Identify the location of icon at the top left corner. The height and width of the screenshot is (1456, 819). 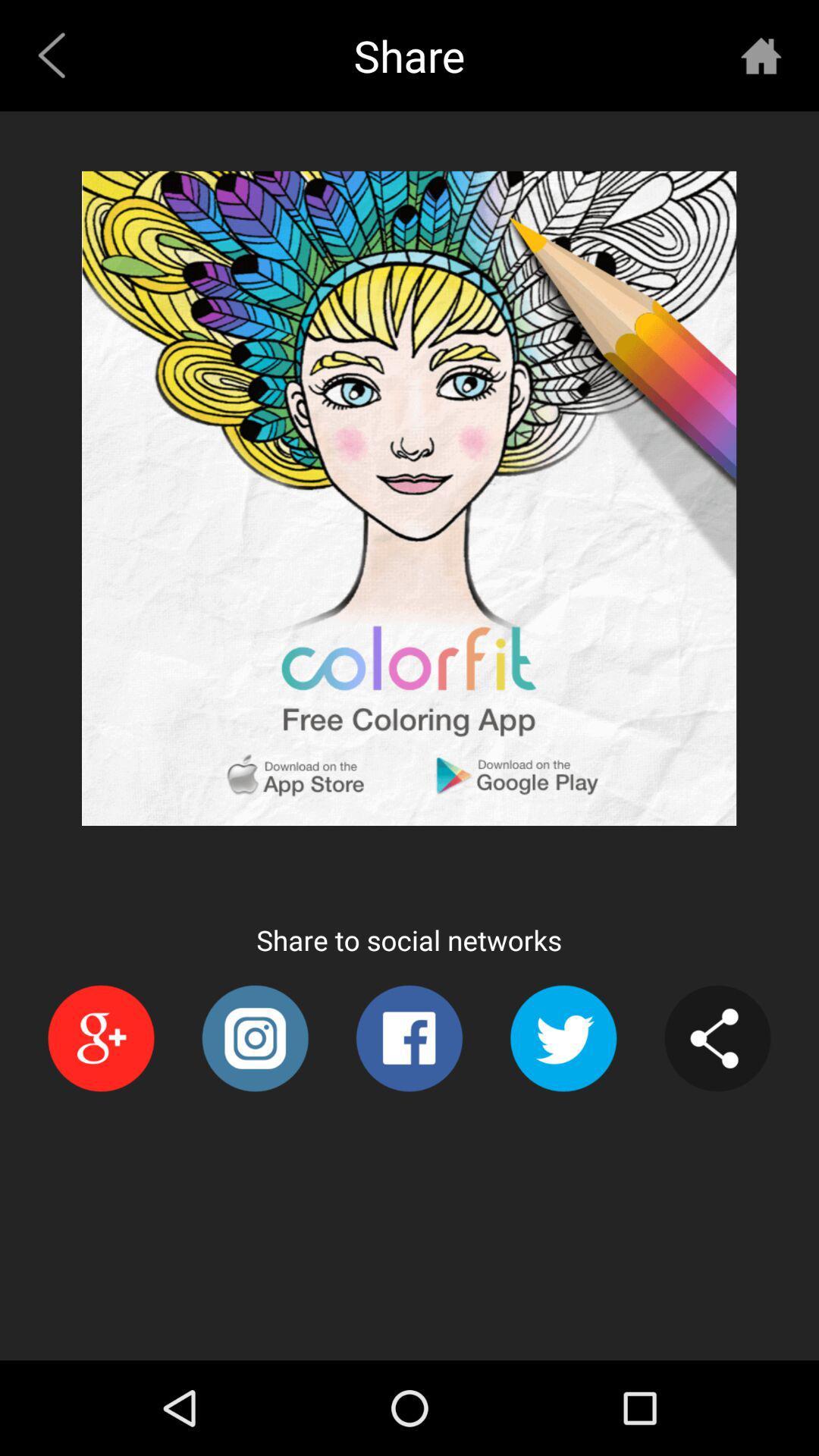
(57, 55).